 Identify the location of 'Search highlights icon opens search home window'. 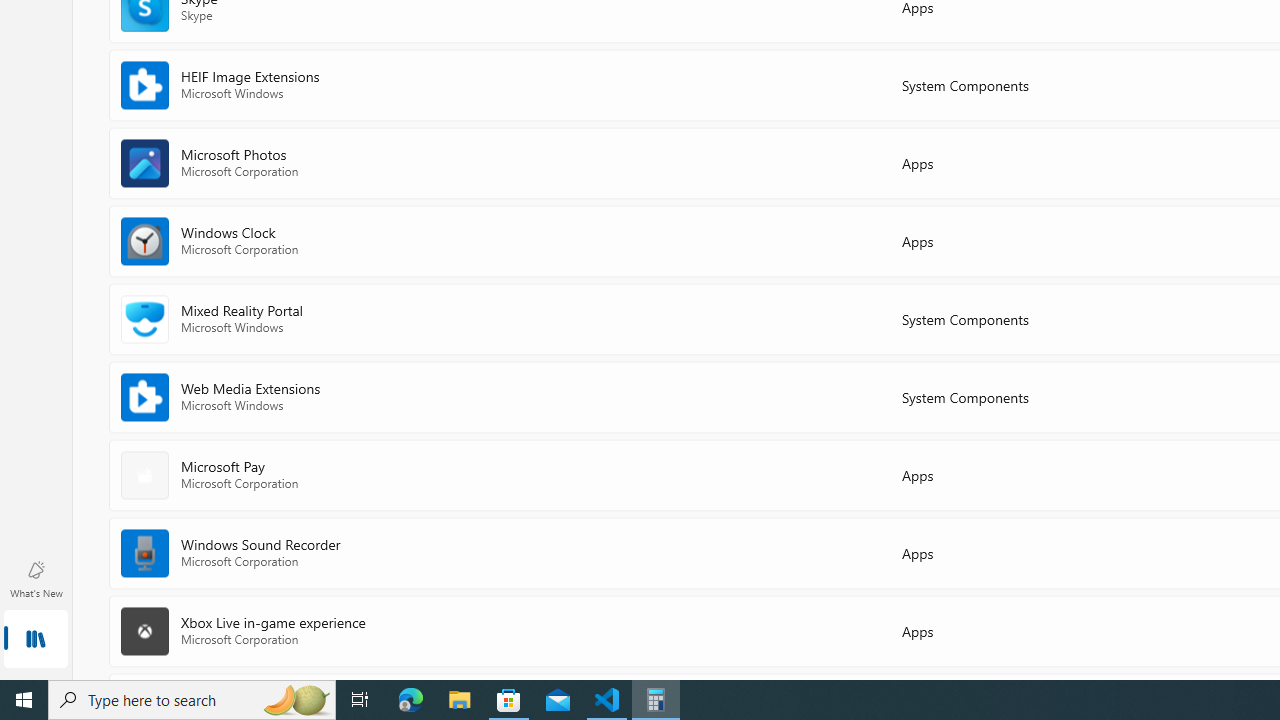
(294, 698).